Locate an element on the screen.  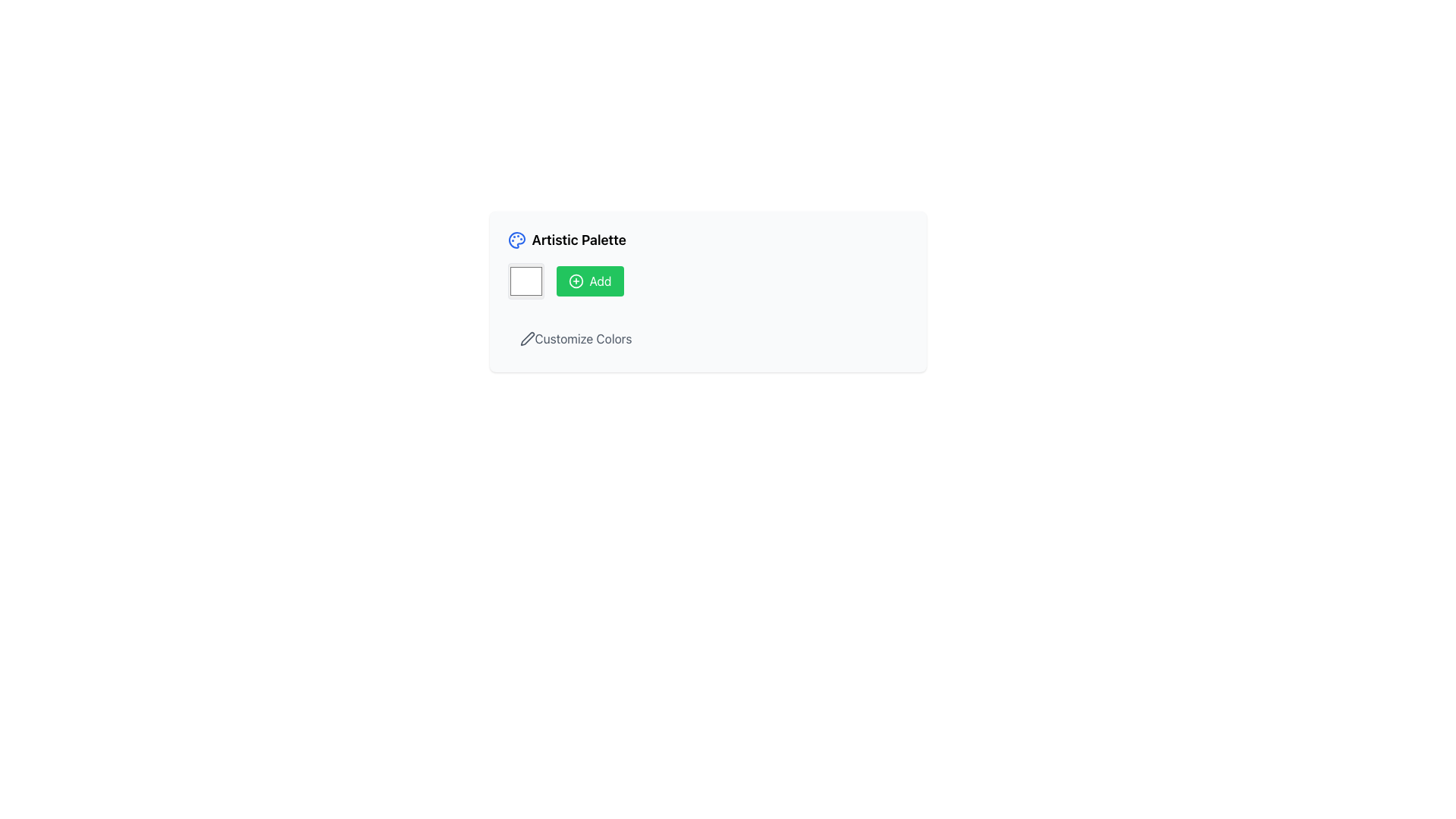
the pen icon associated with the 'Customize Colors' menu item, located to the left of the text label is located at coordinates (527, 338).